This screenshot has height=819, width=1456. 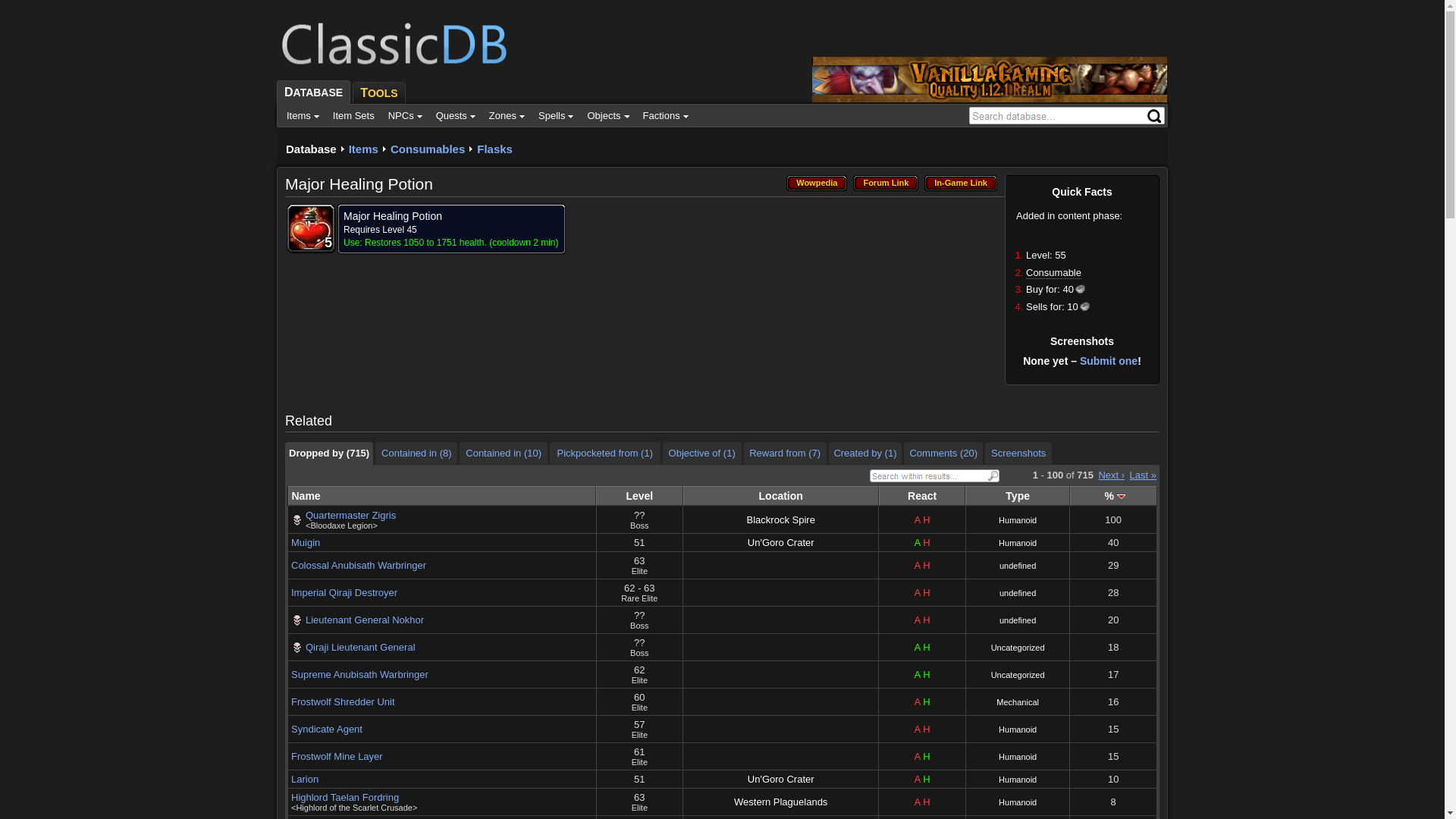 I want to click on 'Restores 1050 to 1751 health.', so click(x=425, y=242).